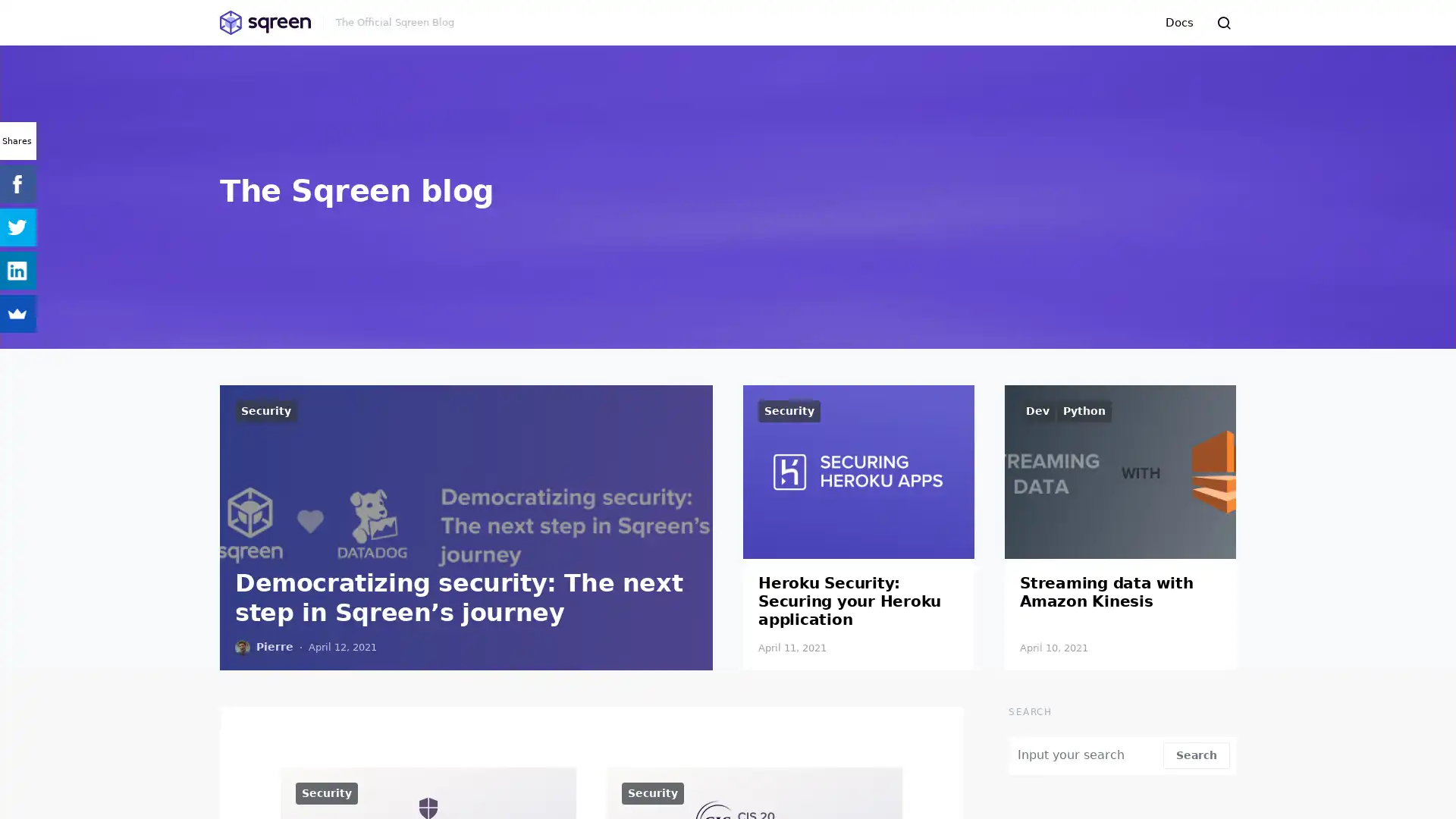 This screenshot has height=819, width=1456. I want to click on Search, so click(1196, 755).